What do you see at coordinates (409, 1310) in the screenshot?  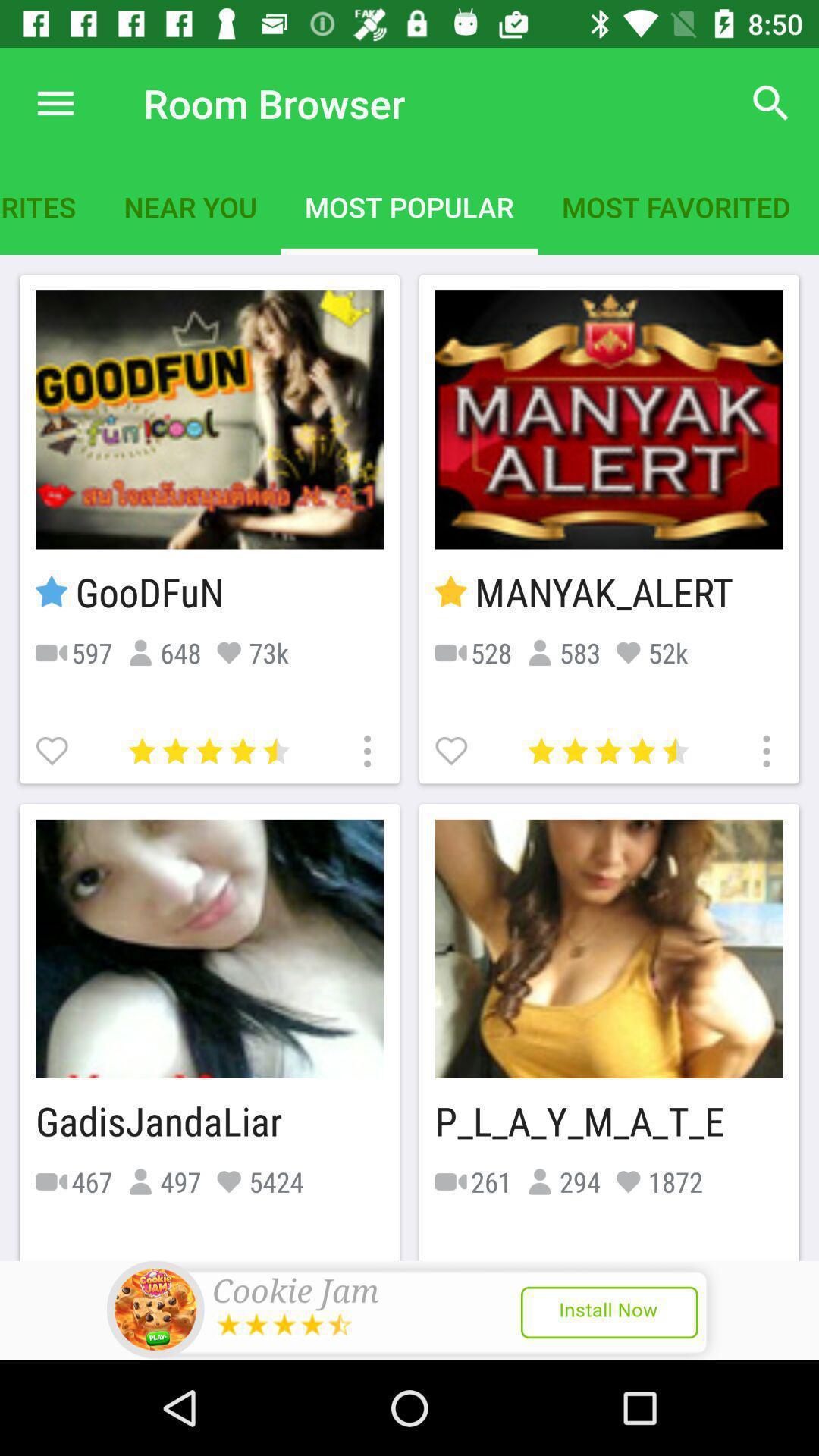 I see `sponsor advertisement for cookie jam` at bounding box center [409, 1310].